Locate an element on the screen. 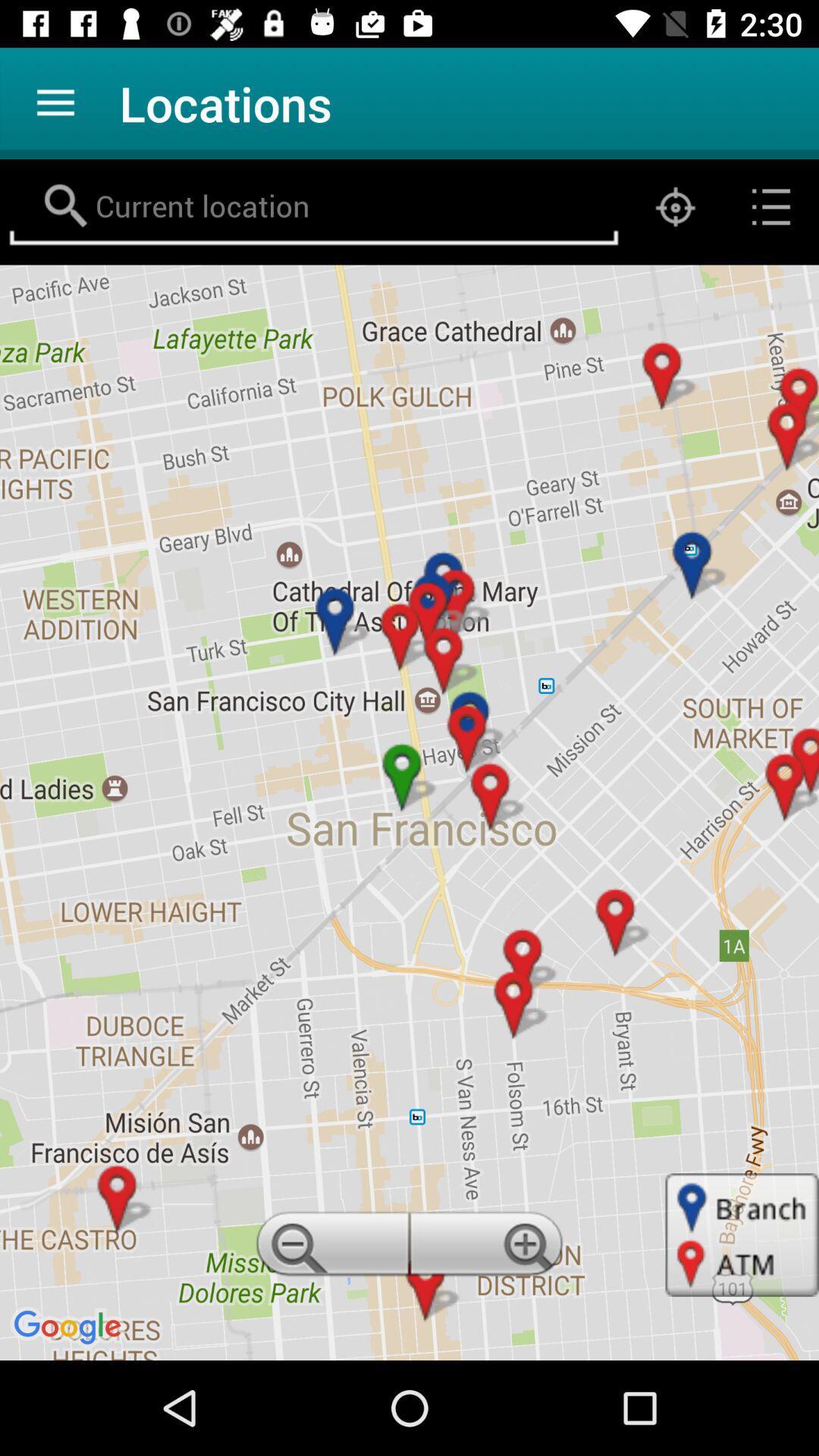 This screenshot has width=819, height=1456. search location is located at coordinates (312, 206).